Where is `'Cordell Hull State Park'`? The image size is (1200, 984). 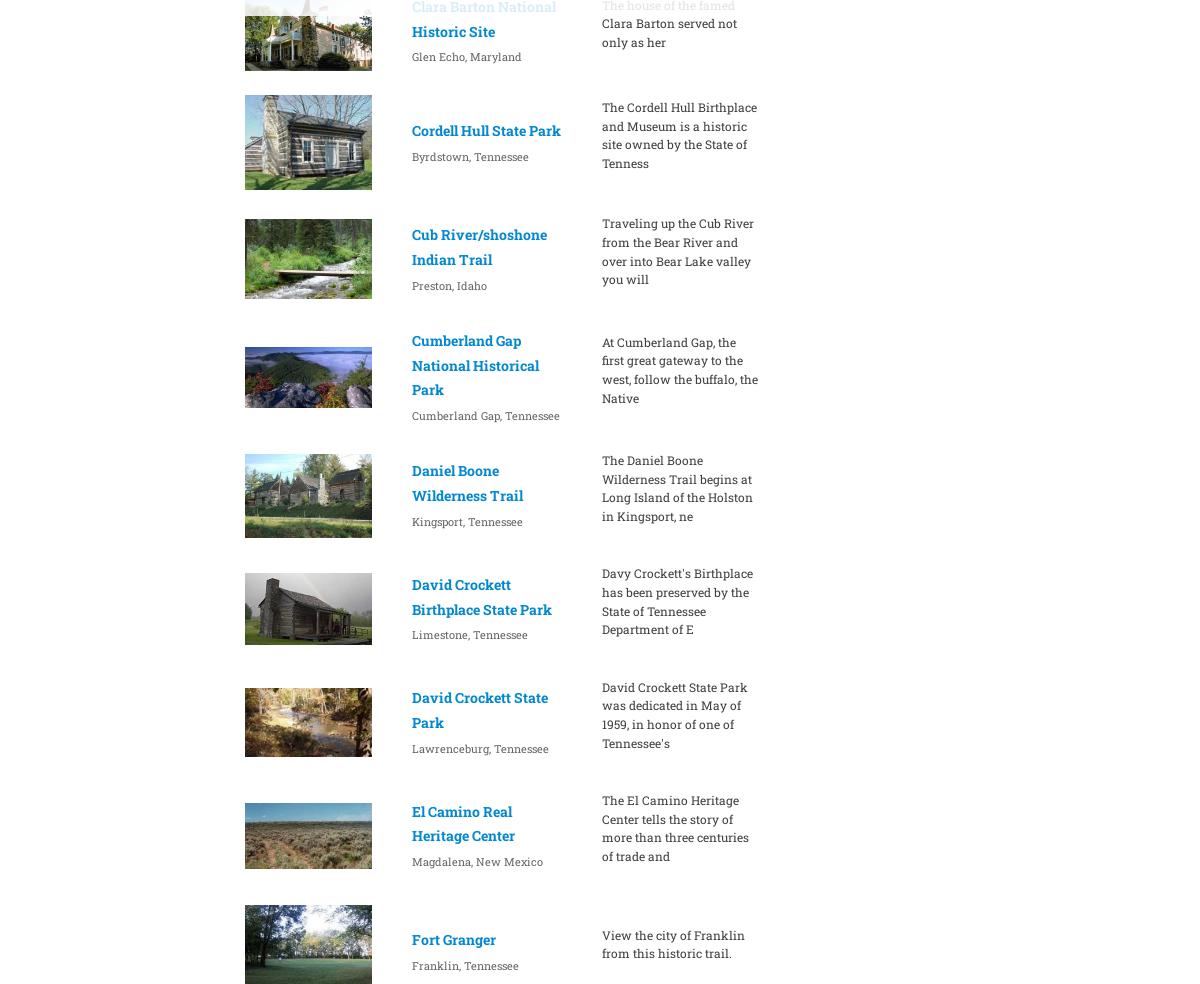 'Cordell Hull State Park' is located at coordinates (484, 129).